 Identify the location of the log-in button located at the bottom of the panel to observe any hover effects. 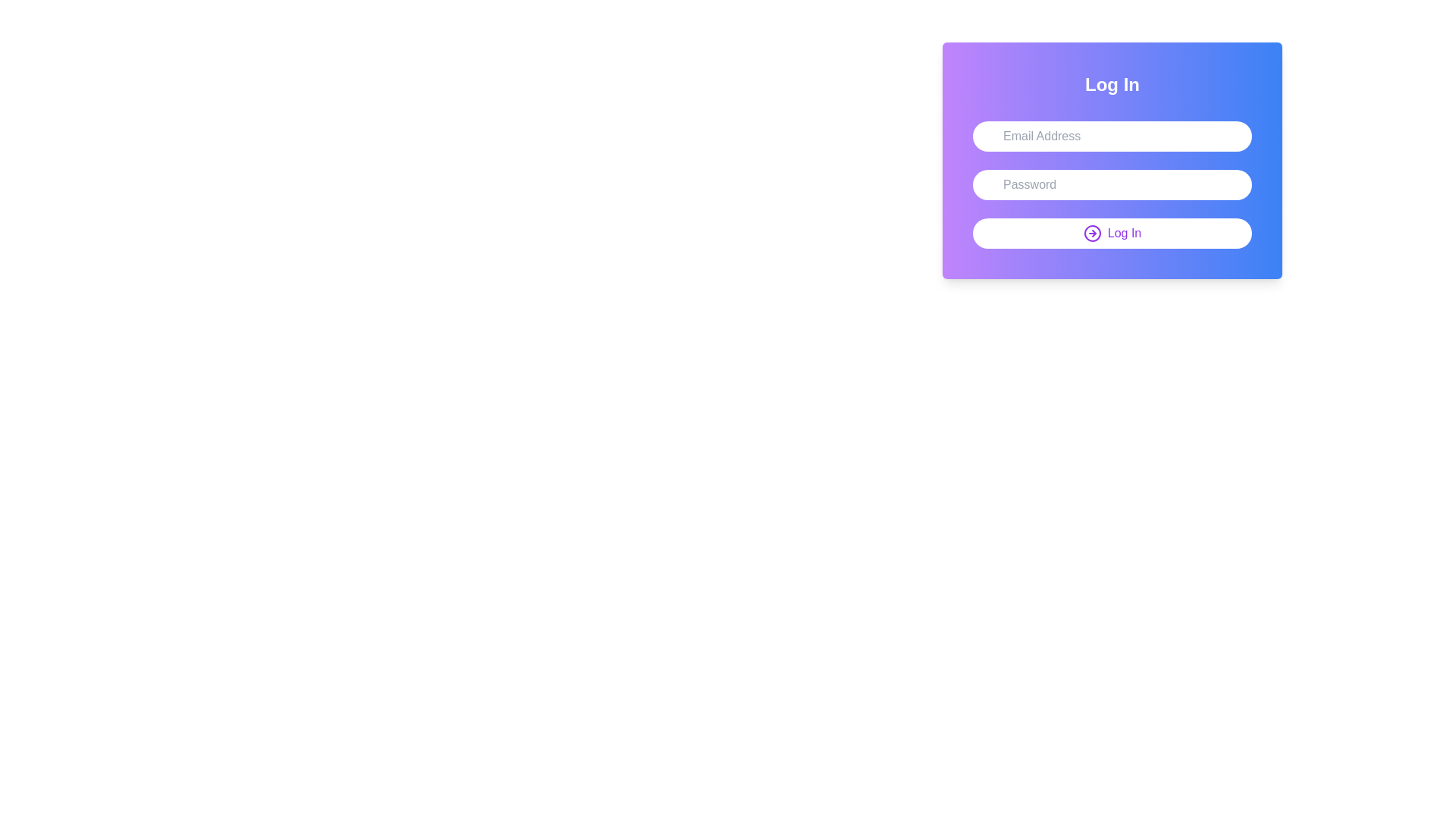
(1112, 234).